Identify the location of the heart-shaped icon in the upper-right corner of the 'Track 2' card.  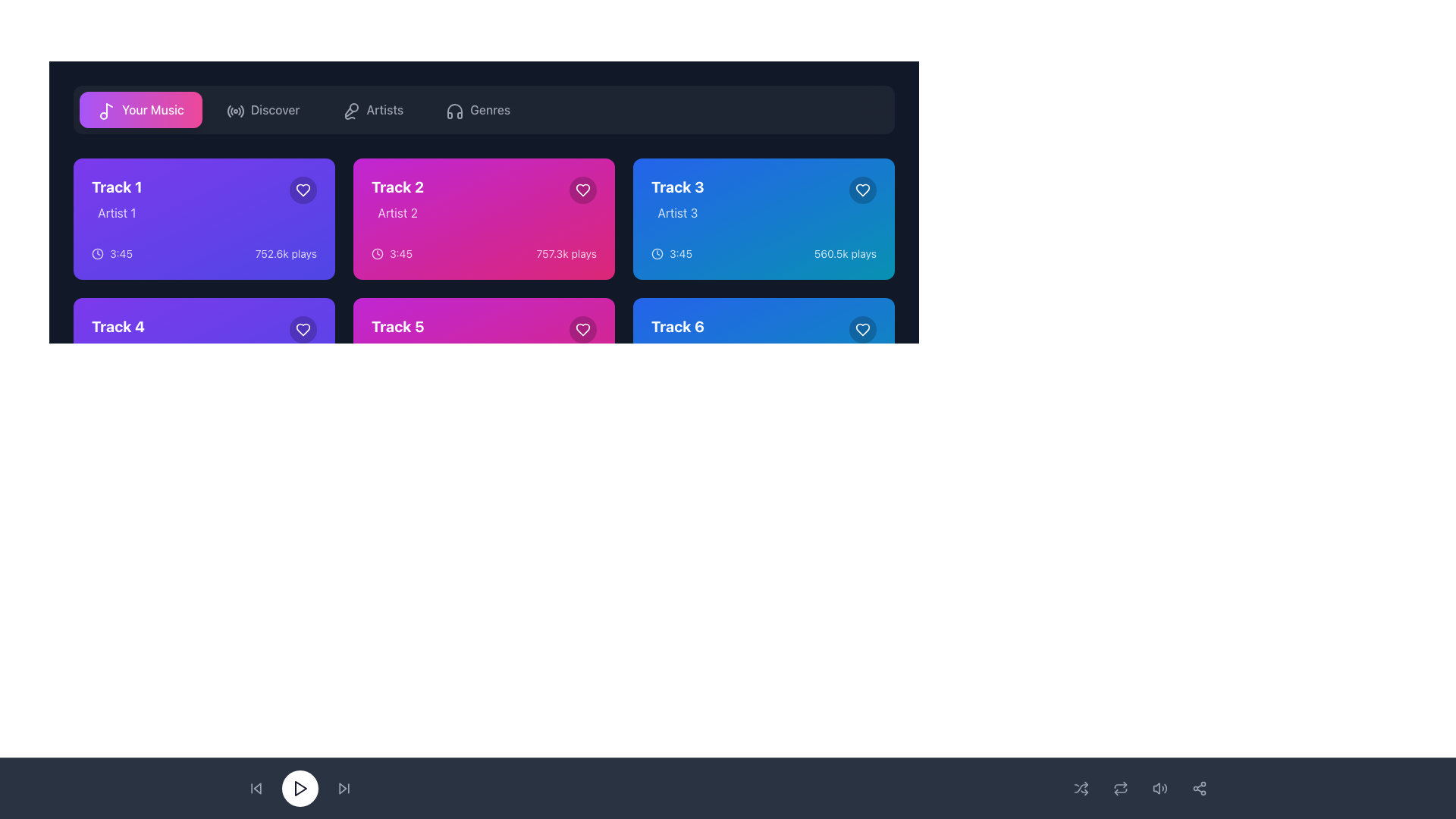
(582, 189).